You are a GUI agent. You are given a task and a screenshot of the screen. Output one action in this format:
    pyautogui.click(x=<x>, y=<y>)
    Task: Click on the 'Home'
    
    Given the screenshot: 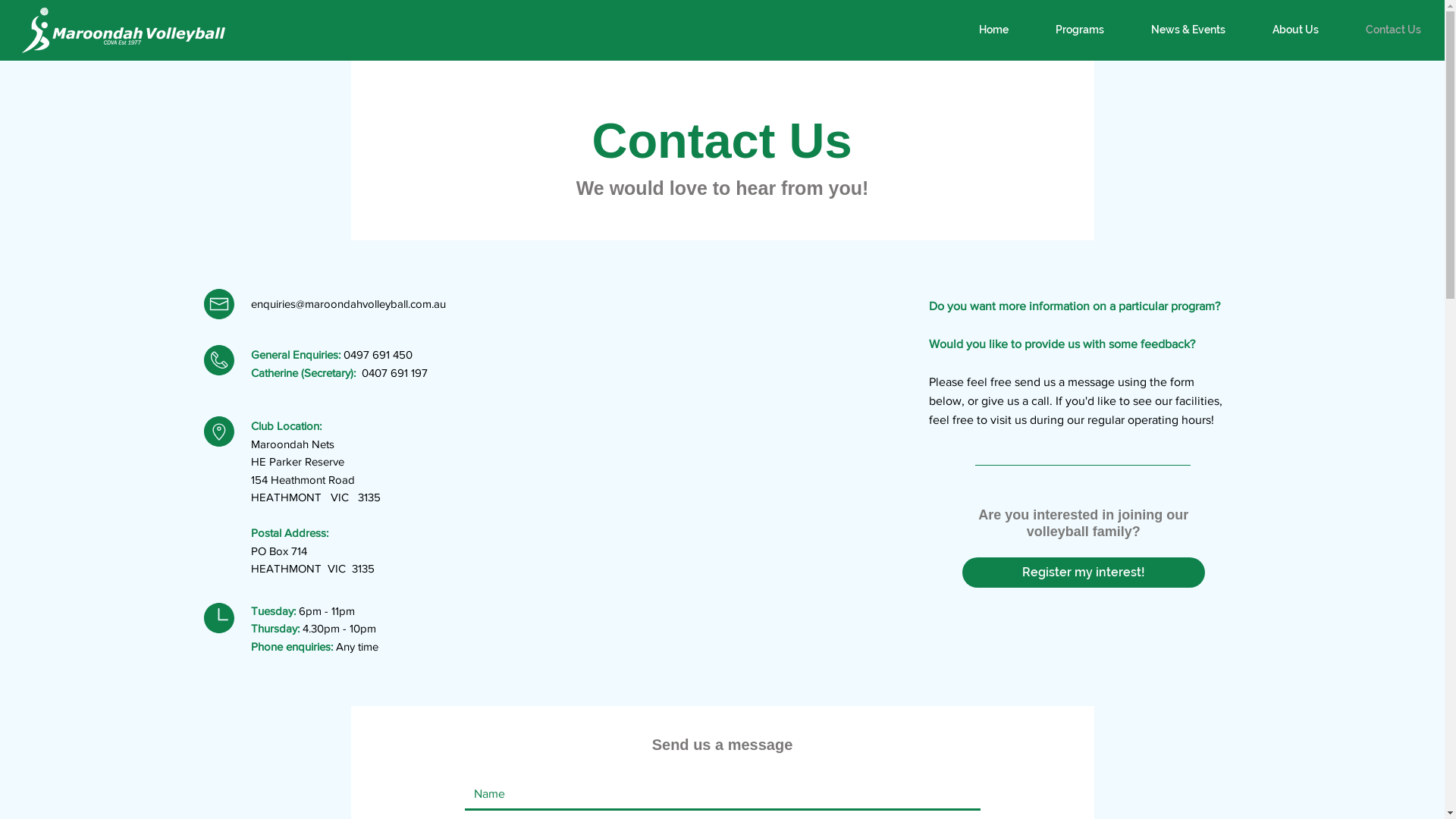 What is the action you would take?
    pyautogui.click(x=993, y=30)
    